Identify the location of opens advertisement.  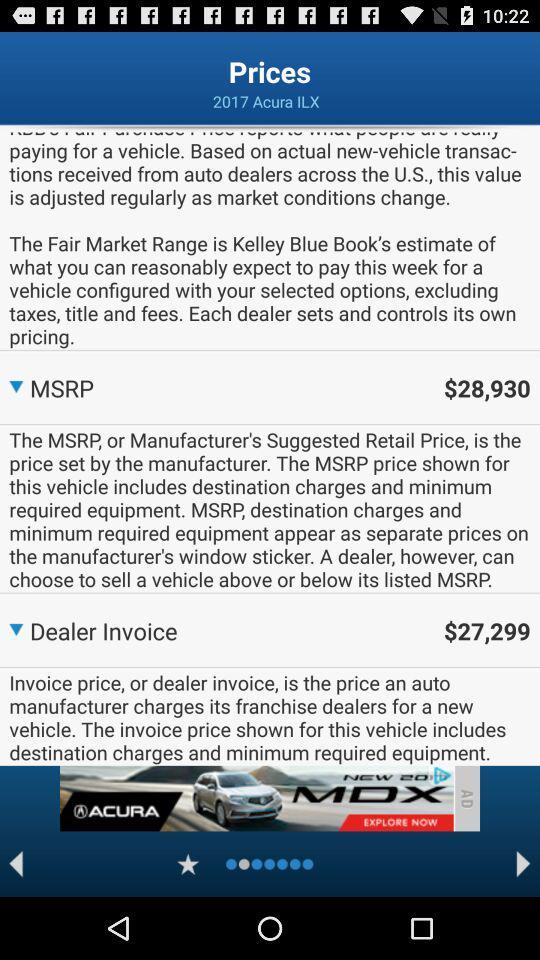
(256, 798).